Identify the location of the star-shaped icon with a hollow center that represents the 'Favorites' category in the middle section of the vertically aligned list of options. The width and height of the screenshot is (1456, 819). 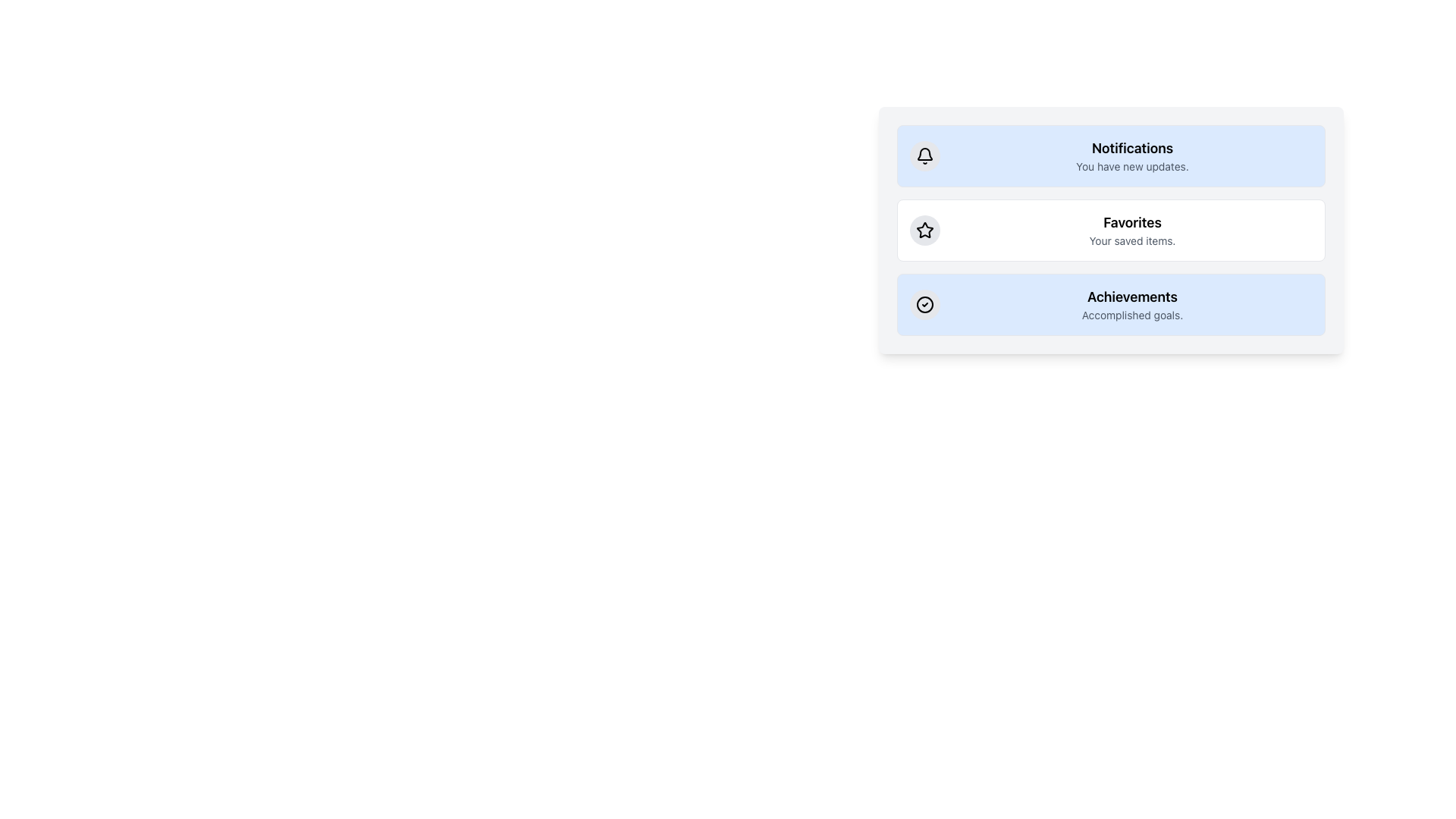
(924, 230).